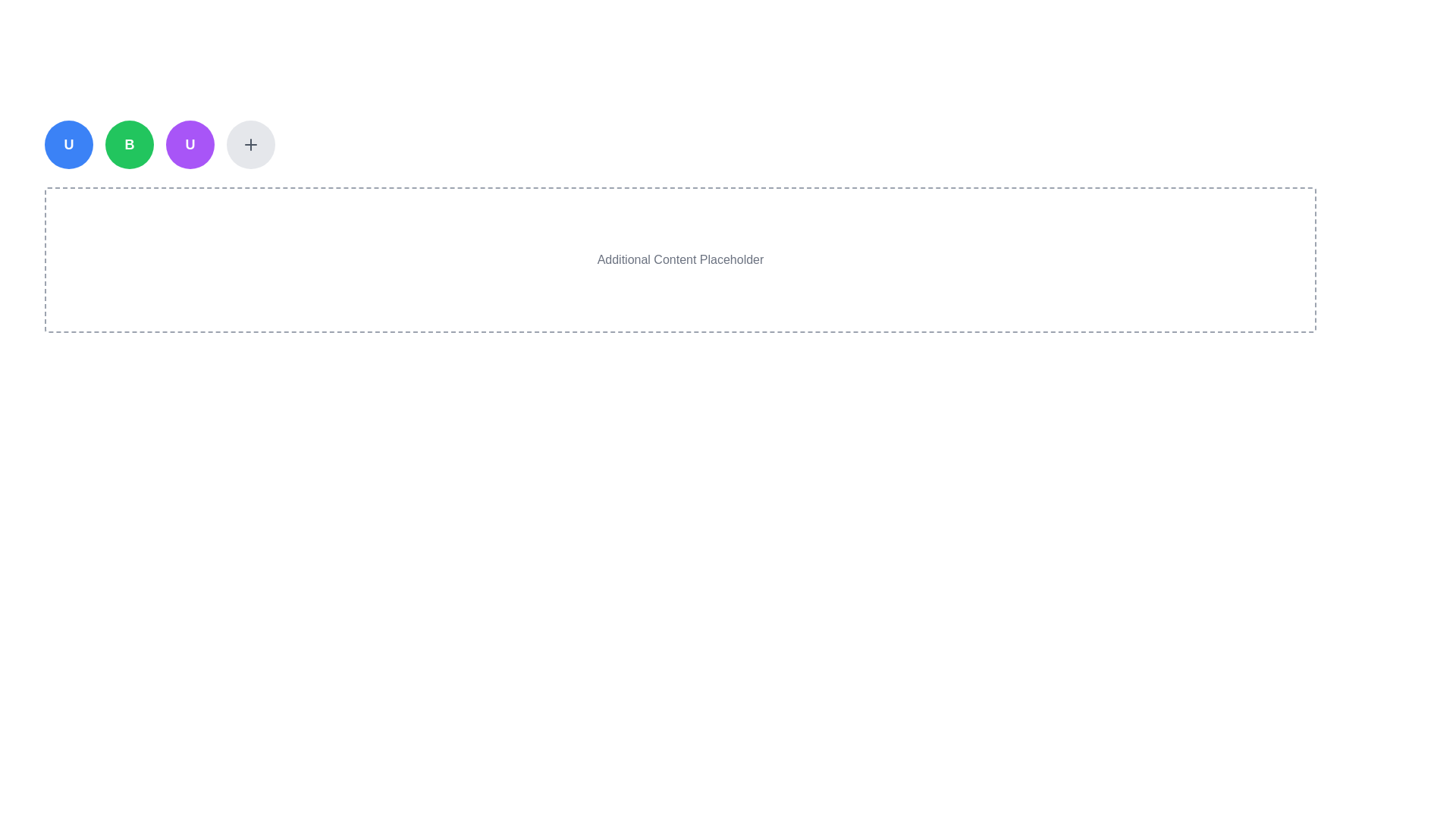  Describe the element at coordinates (189, 145) in the screenshot. I see `the purple button associated with 'Uchiha Chan'` at that location.